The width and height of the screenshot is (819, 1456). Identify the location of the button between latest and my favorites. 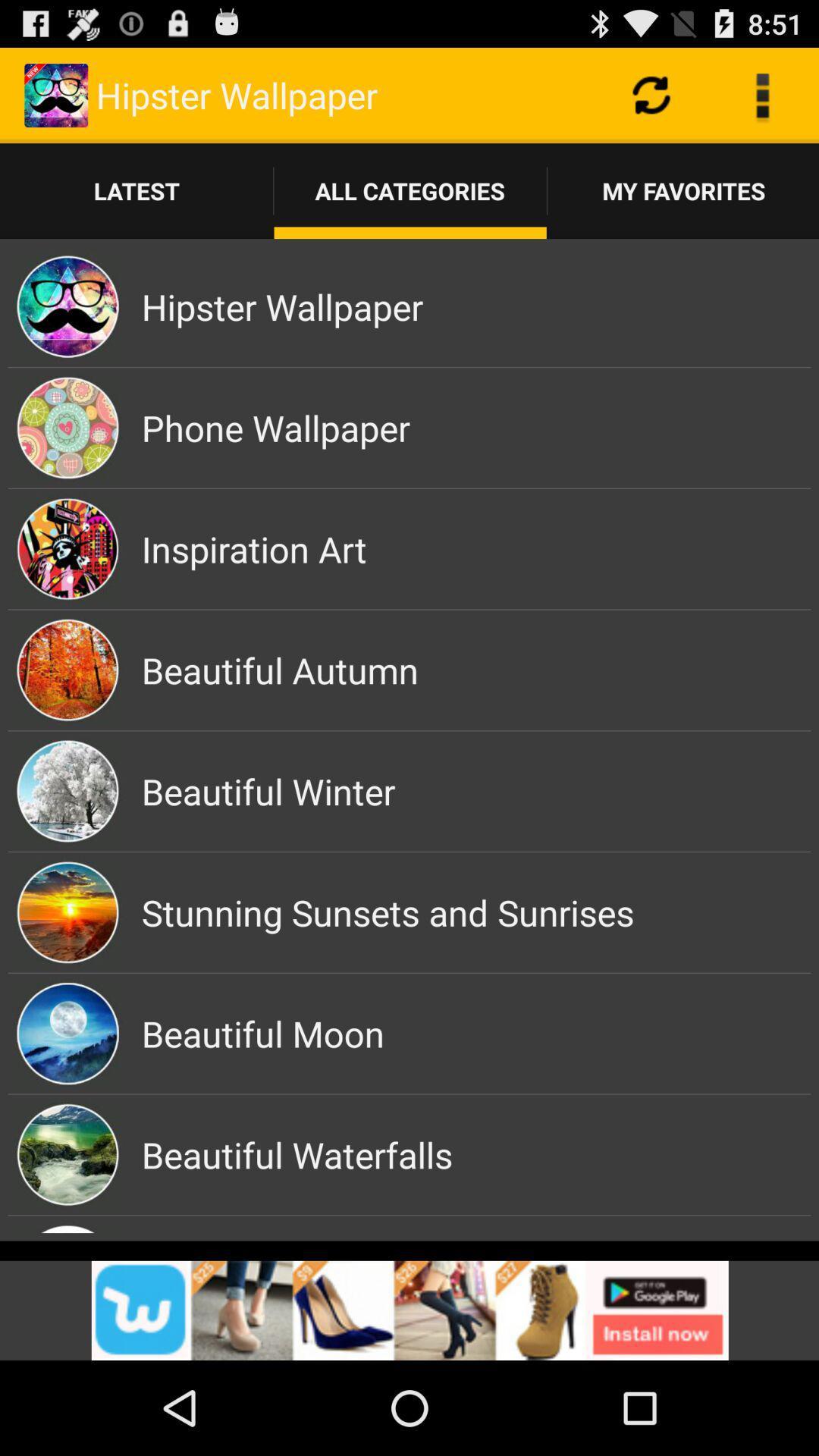
(410, 190).